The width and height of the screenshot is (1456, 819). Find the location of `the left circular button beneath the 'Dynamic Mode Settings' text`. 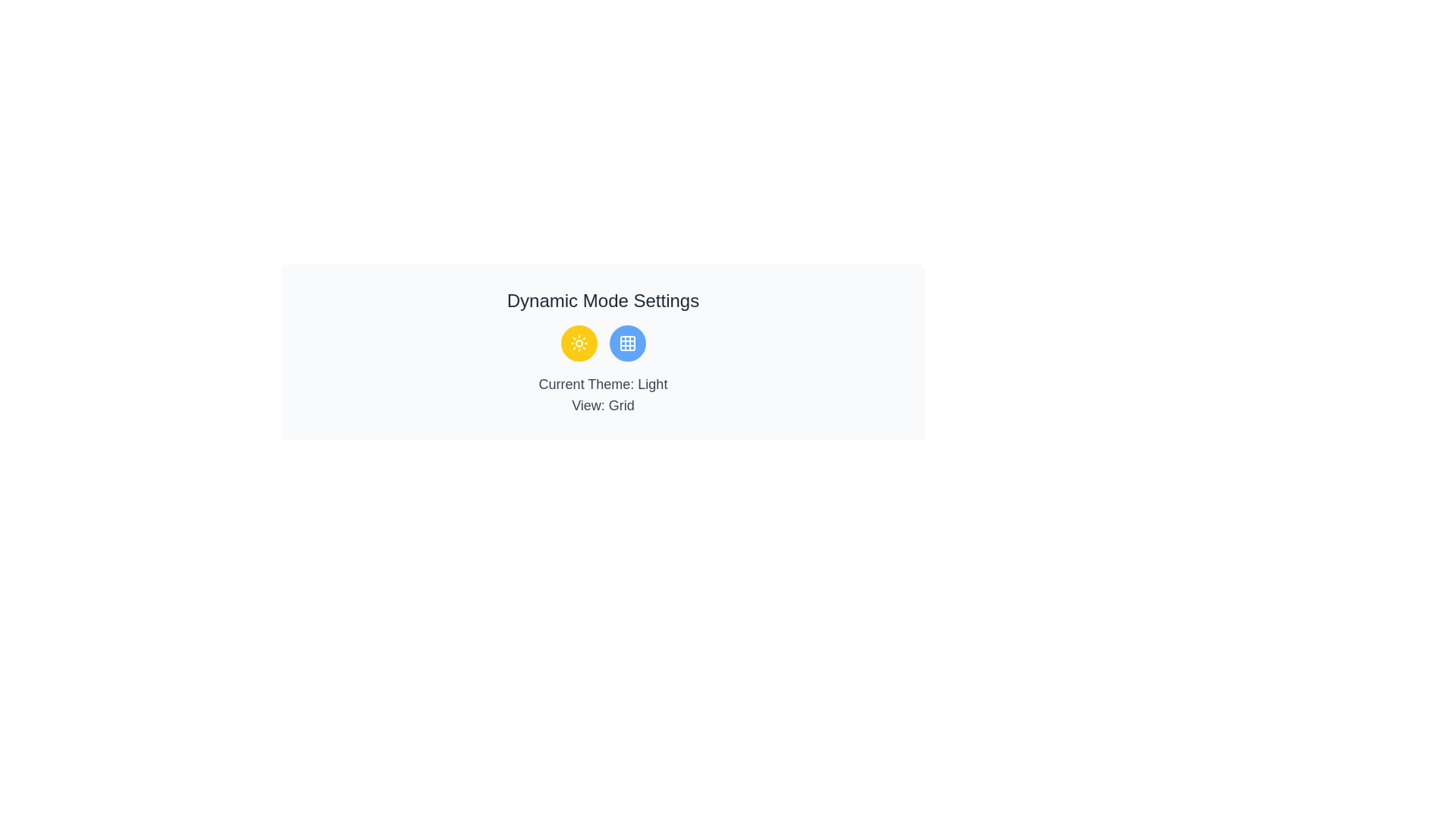

the left circular button beneath the 'Dynamic Mode Settings' text is located at coordinates (578, 343).